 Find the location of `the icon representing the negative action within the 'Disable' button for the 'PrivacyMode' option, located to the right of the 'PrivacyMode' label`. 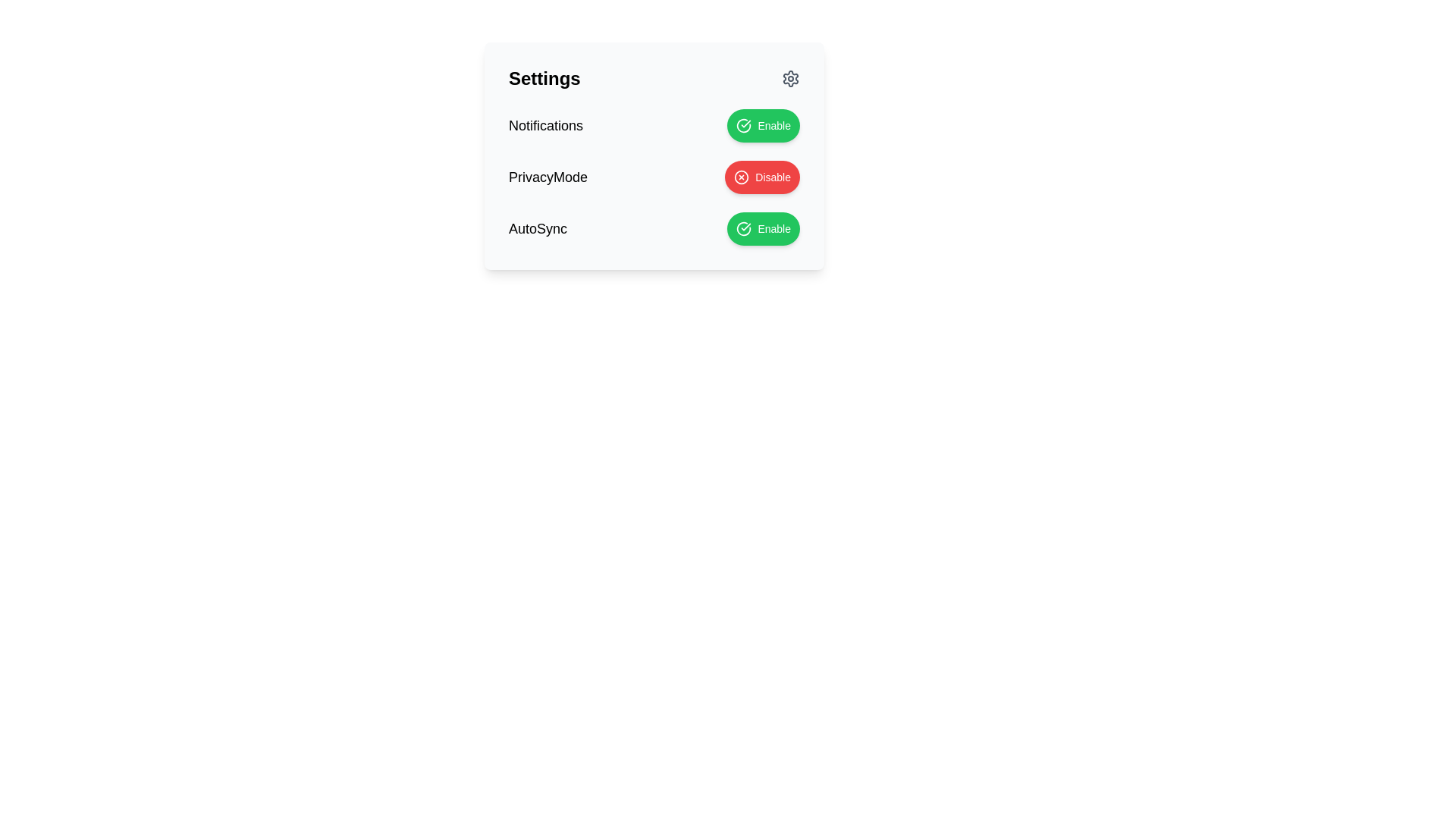

the icon representing the negative action within the 'Disable' button for the 'PrivacyMode' option, located to the right of the 'PrivacyMode' label is located at coordinates (742, 177).